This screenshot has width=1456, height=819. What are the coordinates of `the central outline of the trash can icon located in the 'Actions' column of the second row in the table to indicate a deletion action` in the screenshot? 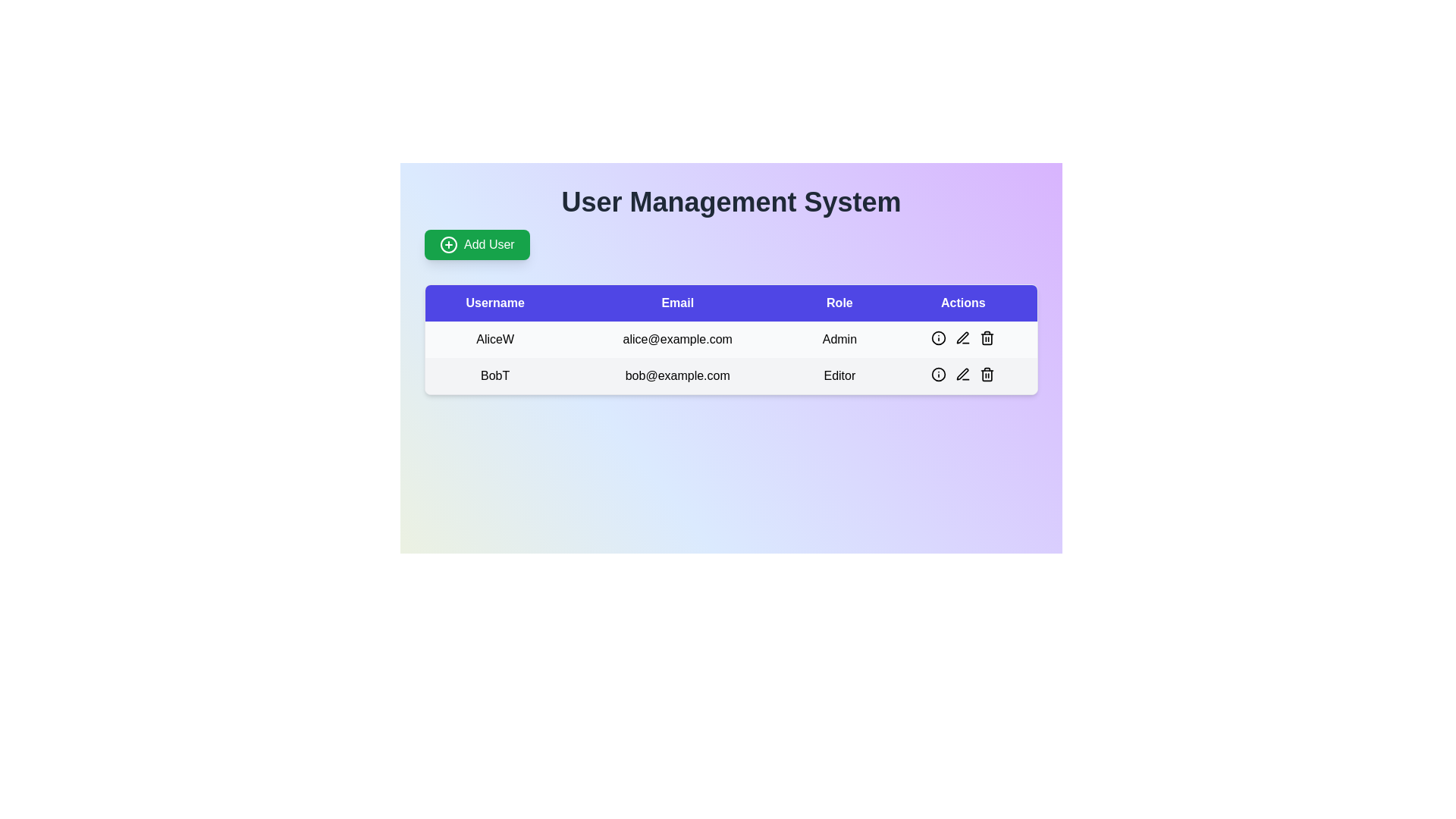 It's located at (987, 375).